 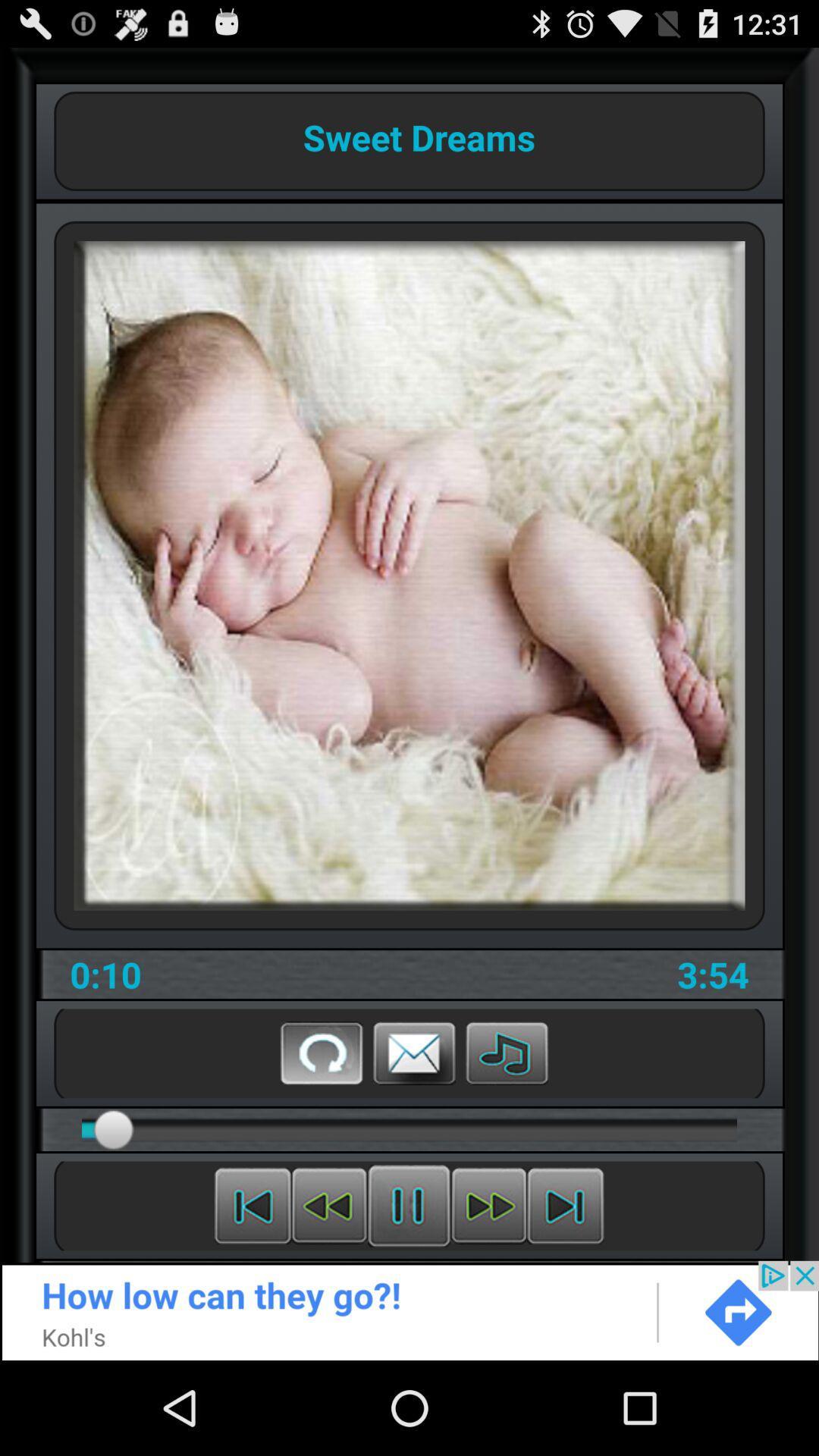 I want to click on the av_rewind icon, so click(x=328, y=1290).